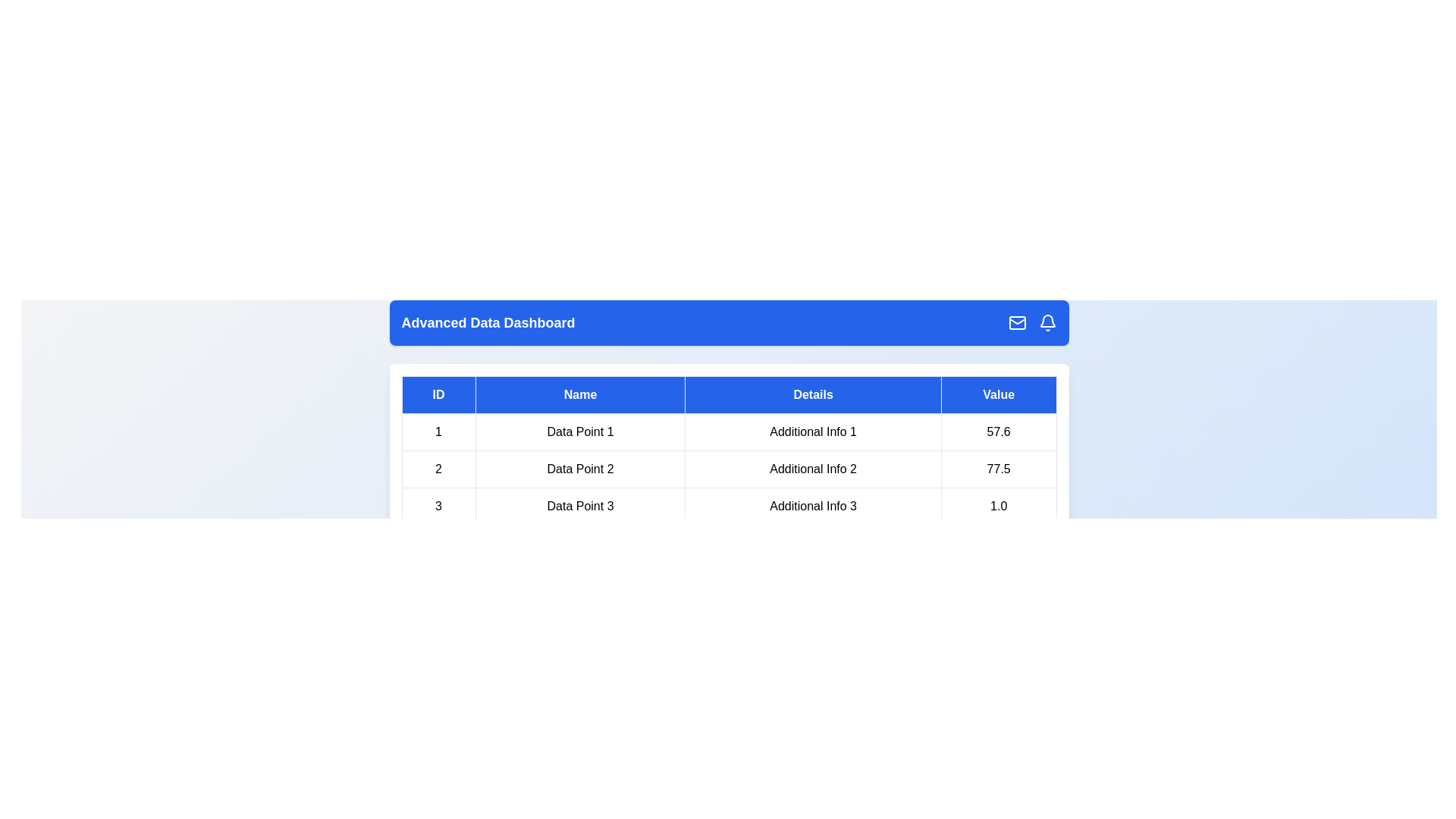 The height and width of the screenshot is (819, 1456). I want to click on the row corresponding to 1 by clicking on it, so click(729, 432).